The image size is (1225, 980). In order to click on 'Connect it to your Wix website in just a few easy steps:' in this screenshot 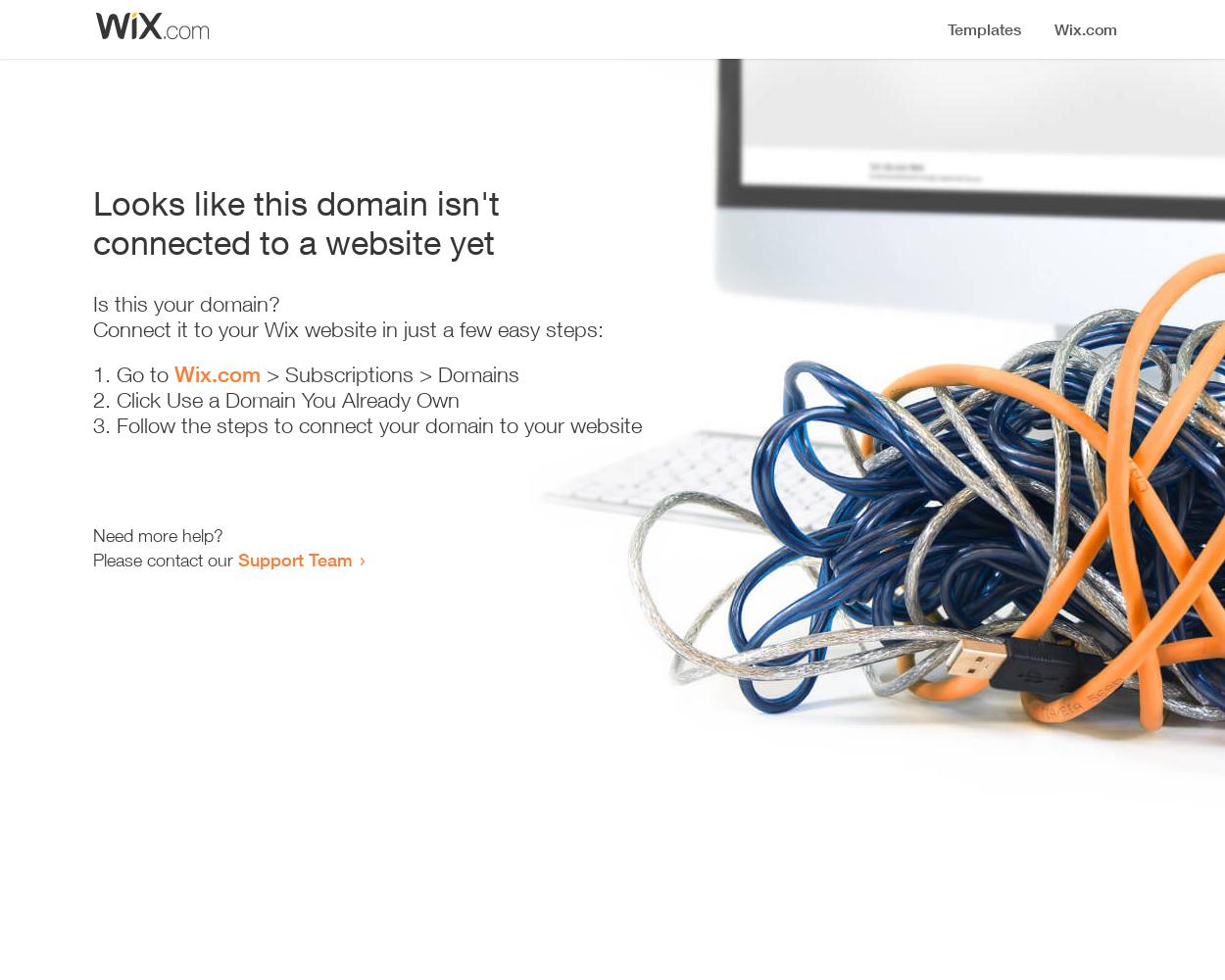, I will do `click(92, 328)`.